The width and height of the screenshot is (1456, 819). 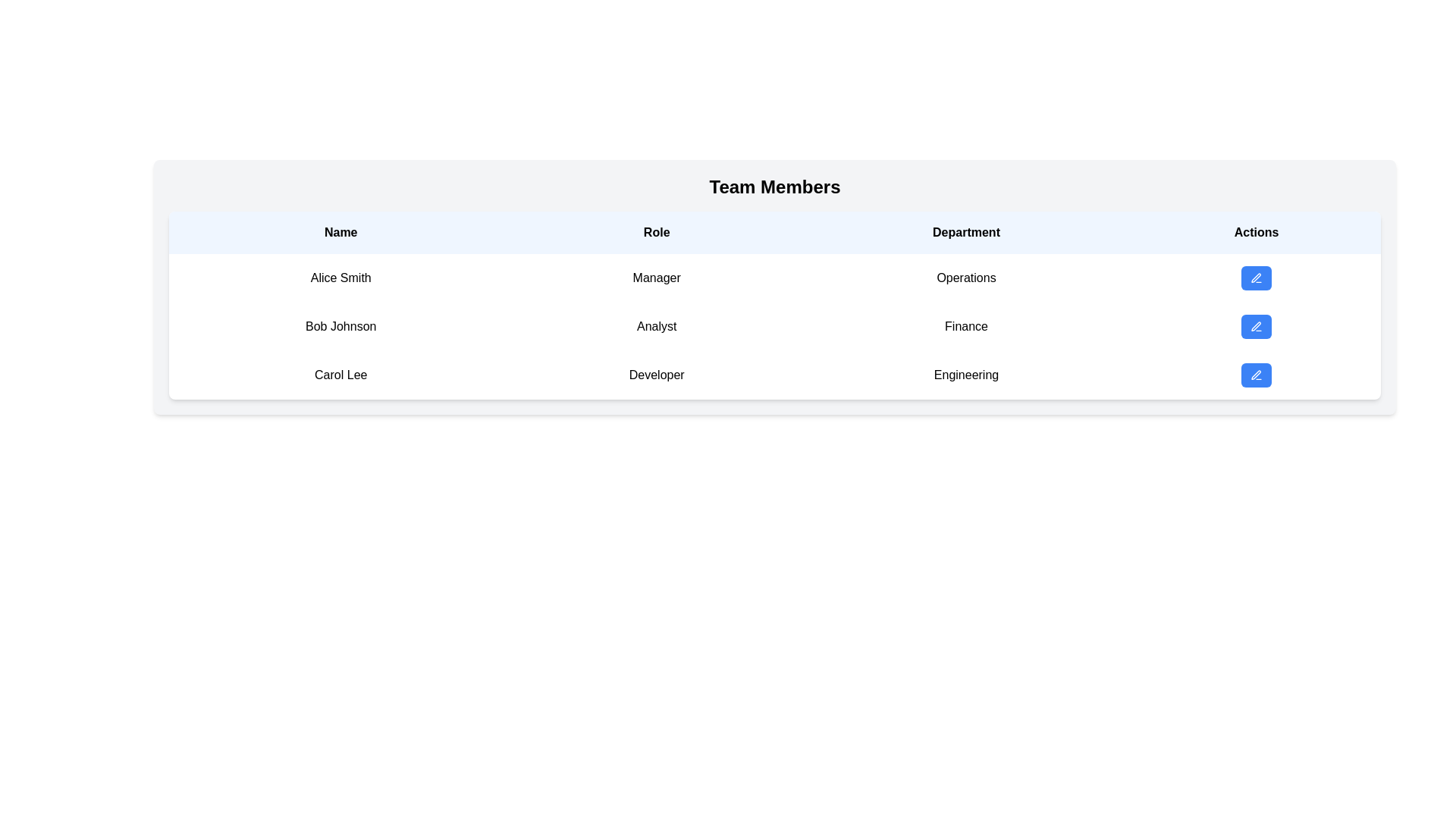 What do you see at coordinates (1256, 278) in the screenshot?
I see `the 'Edit' icon represented by a pen, located in the first button of the 'Actions' column for 'Alice Smith' in the 'Team Members' table` at bounding box center [1256, 278].